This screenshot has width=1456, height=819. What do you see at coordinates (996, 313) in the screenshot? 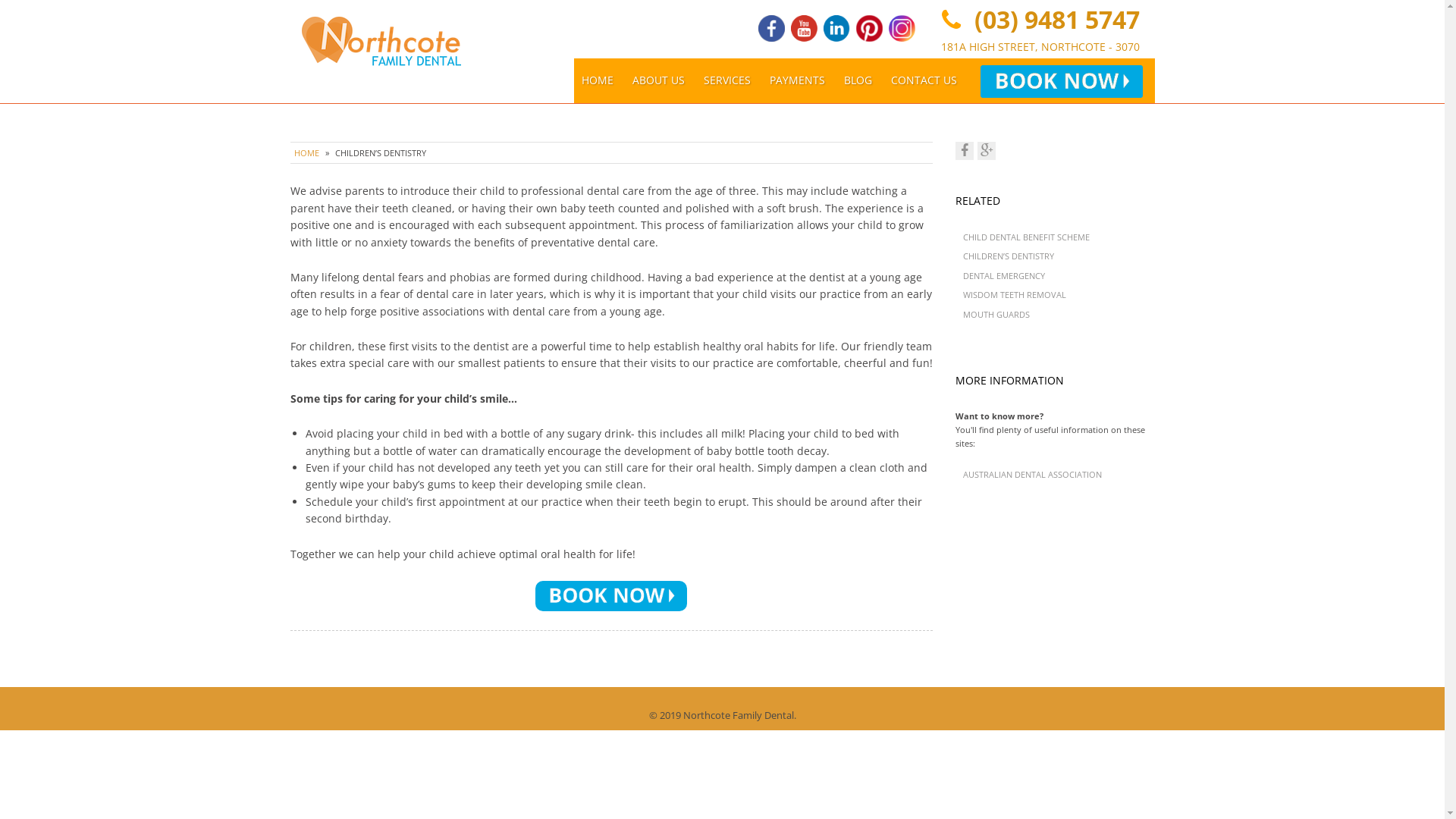
I see `'MOUTH GUARDS'` at bounding box center [996, 313].